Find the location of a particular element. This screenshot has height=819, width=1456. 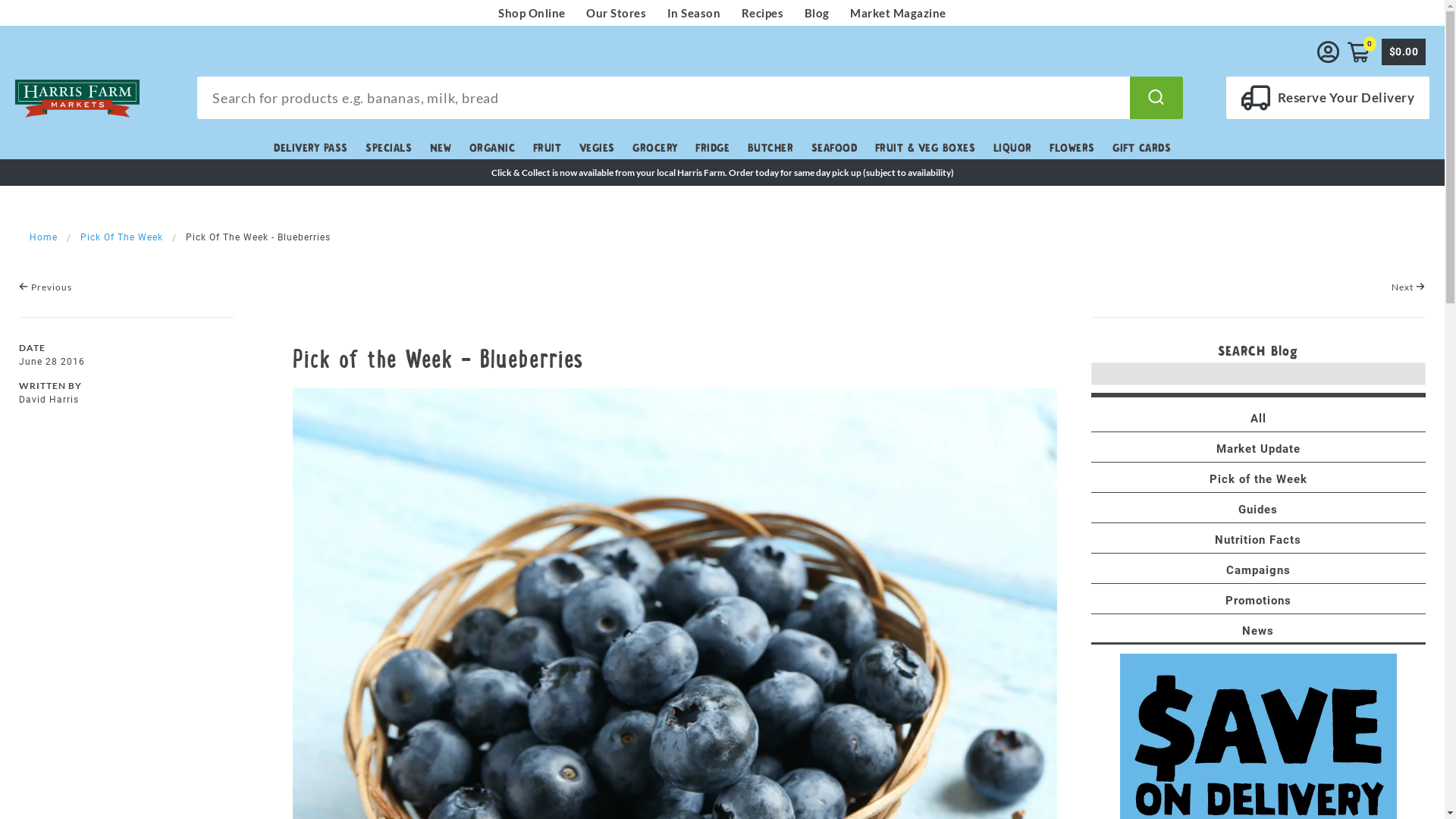

'News' is located at coordinates (1258, 631).